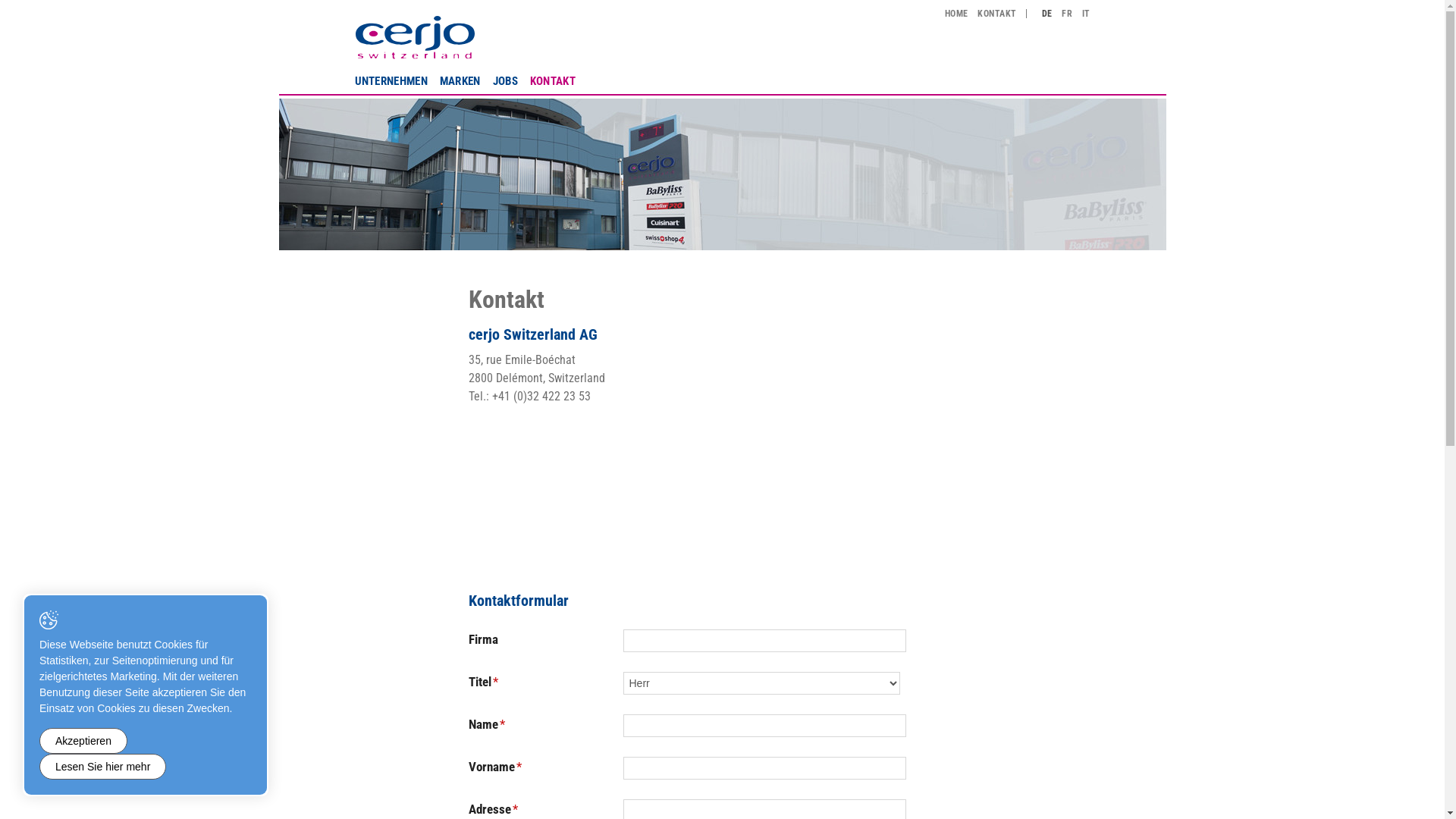 This screenshot has height=819, width=1456. I want to click on 'Akzeptieren', so click(83, 739).